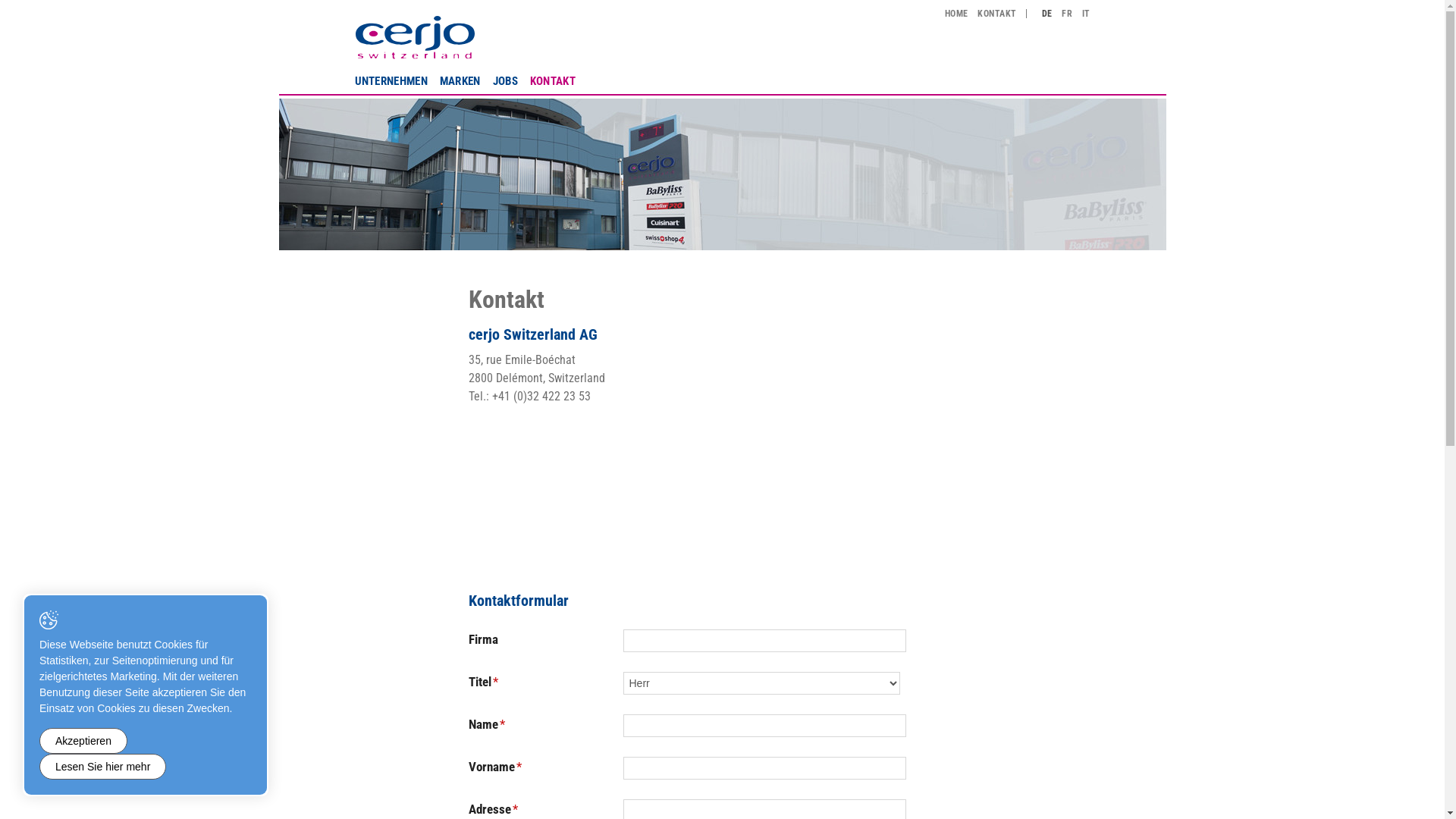 This screenshot has height=819, width=1456. I want to click on 'Akzeptieren', so click(83, 739).